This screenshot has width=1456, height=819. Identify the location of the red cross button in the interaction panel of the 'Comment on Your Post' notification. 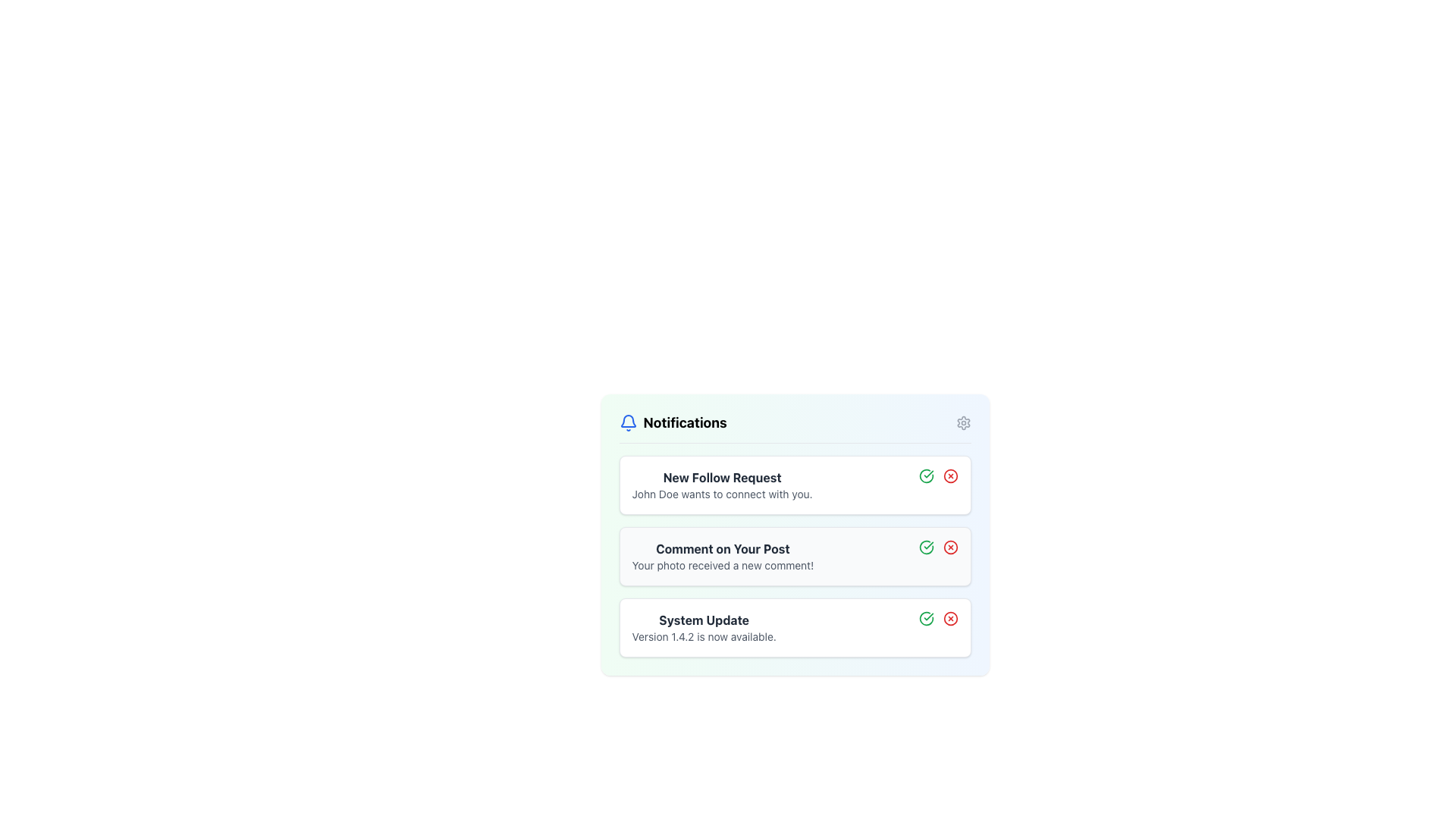
(937, 547).